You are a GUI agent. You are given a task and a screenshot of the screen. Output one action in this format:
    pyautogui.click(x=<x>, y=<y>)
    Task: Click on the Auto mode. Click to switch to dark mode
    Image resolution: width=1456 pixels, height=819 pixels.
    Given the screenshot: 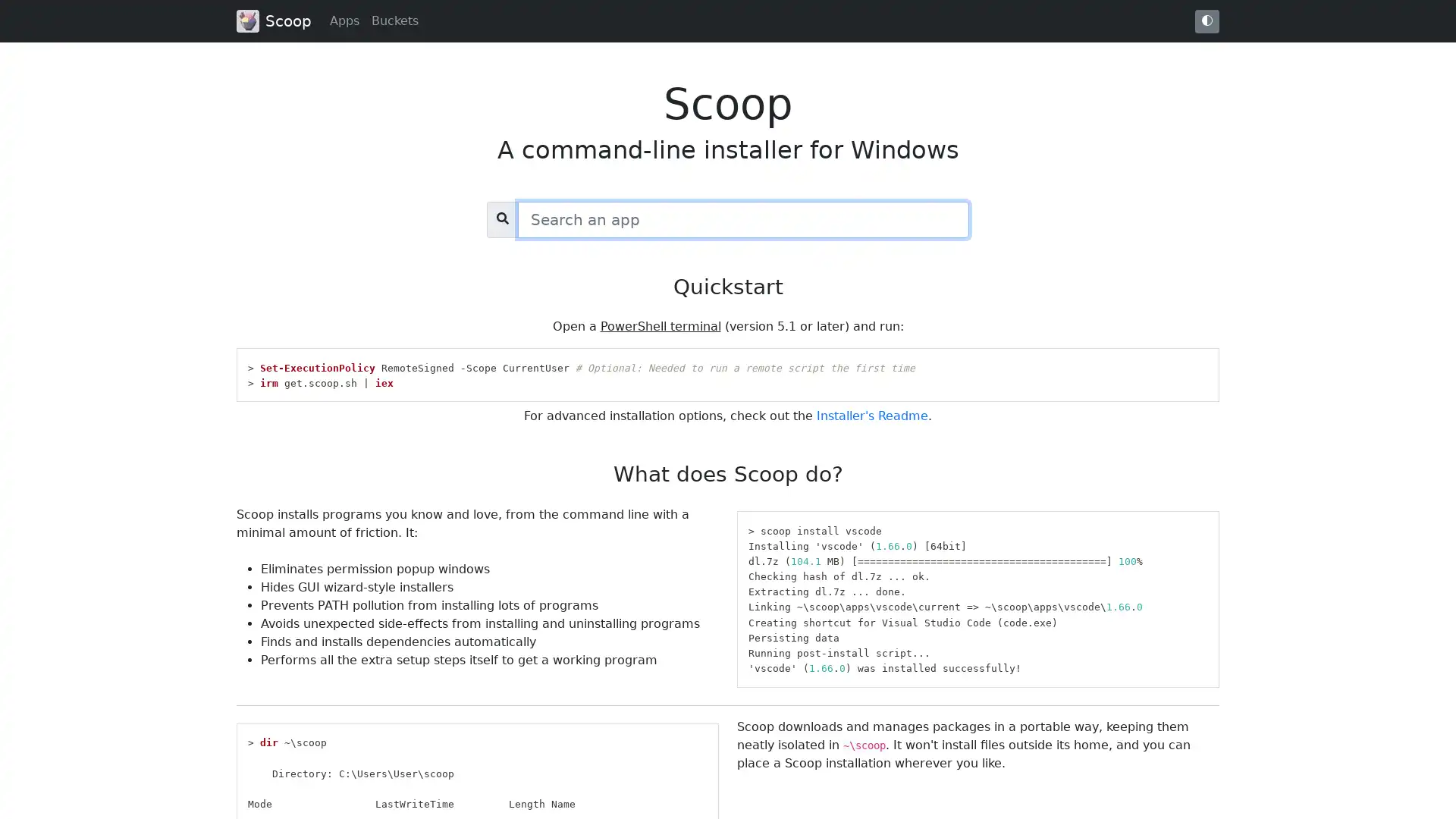 What is the action you would take?
    pyautogui.click(x=1207, y=20)
    